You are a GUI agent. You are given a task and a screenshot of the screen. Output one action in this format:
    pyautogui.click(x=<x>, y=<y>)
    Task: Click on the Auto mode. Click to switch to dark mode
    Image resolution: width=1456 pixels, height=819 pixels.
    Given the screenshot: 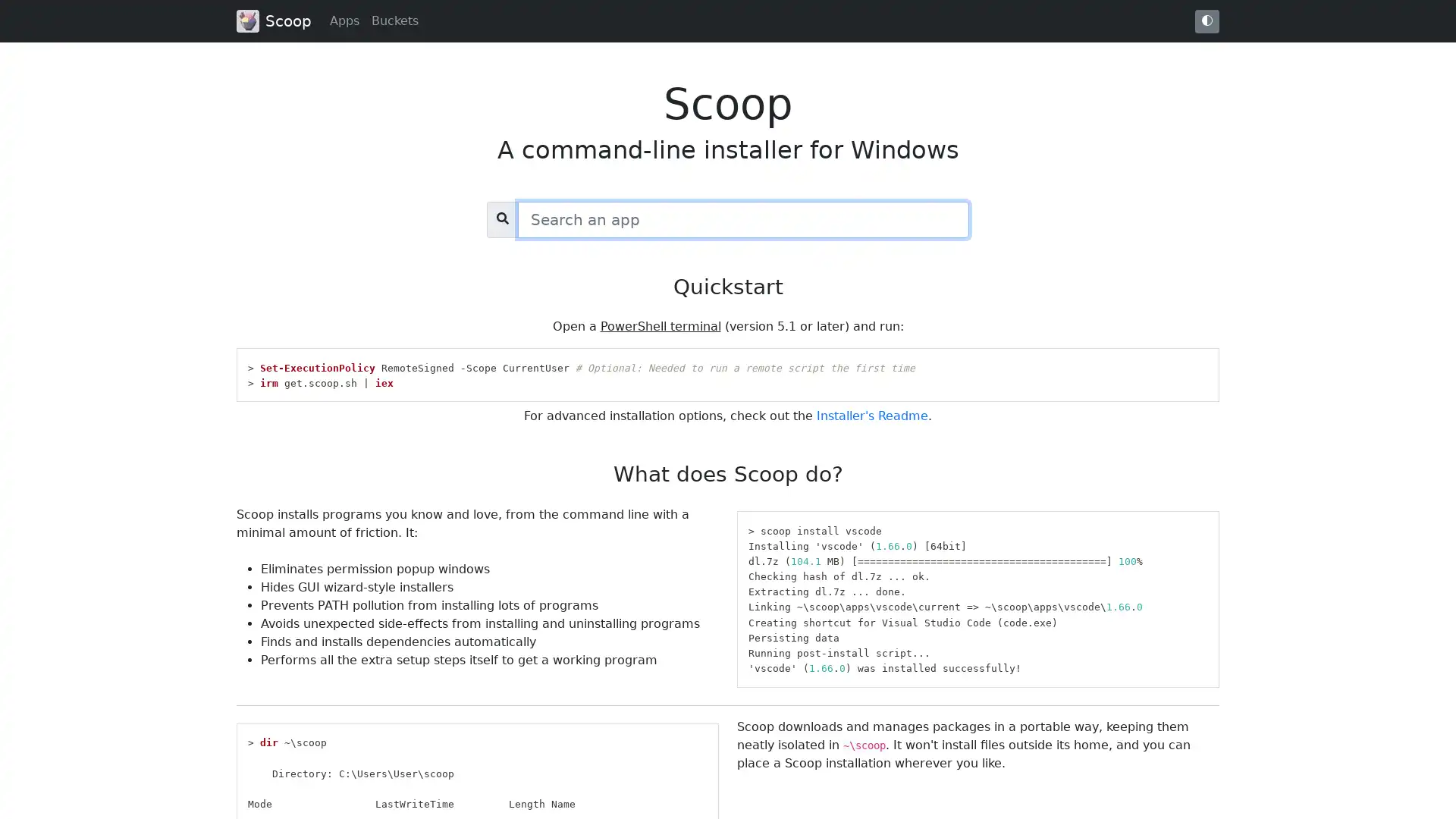 What is the action you would take?
    pyautogui.click(x=1207, y=20)
    